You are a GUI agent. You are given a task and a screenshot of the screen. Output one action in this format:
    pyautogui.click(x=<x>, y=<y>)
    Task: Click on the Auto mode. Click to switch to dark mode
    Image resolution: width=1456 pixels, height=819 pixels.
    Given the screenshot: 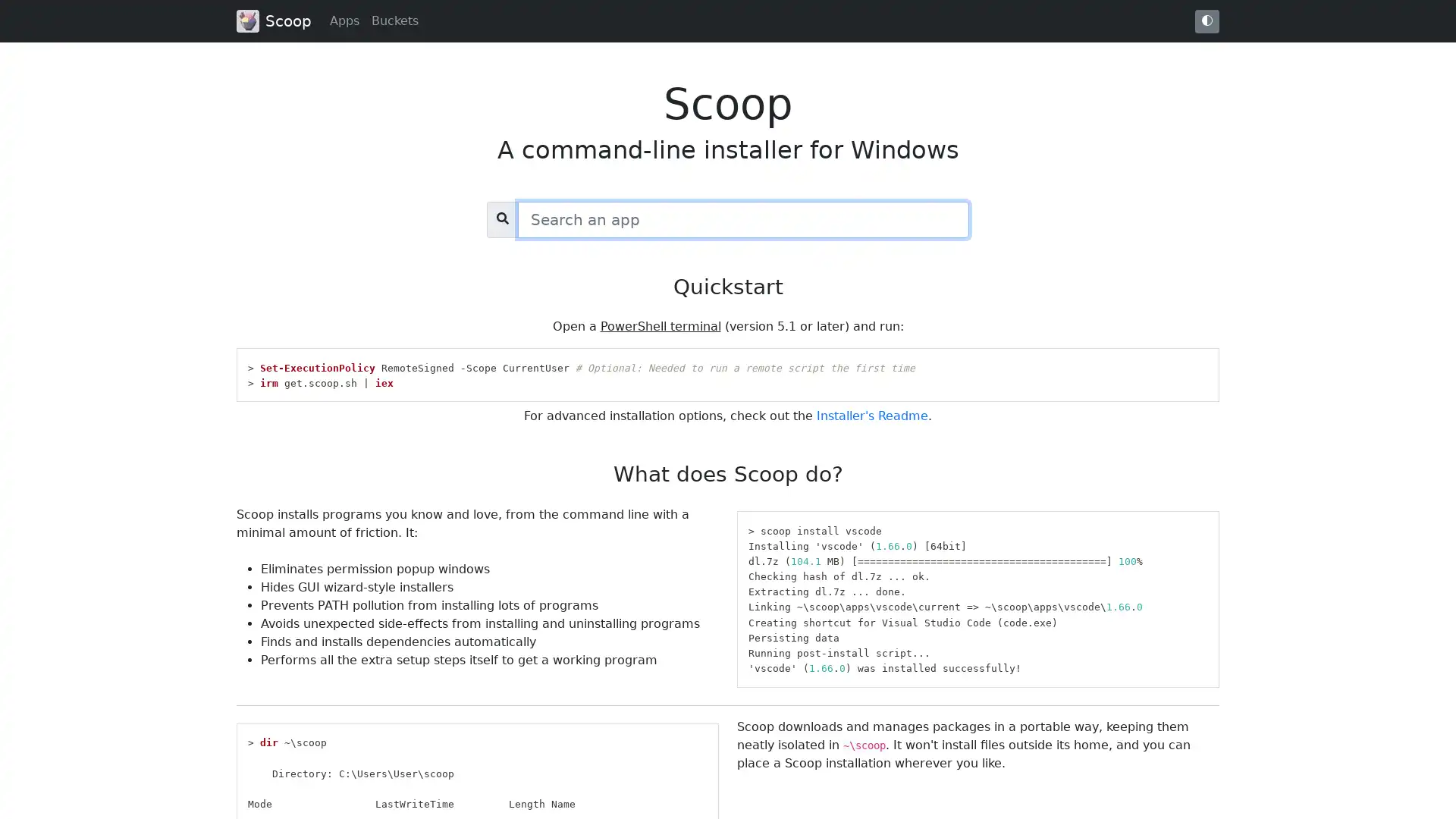 What is the action you would take?
    pyautogui.click(x=1207, y=20)
    